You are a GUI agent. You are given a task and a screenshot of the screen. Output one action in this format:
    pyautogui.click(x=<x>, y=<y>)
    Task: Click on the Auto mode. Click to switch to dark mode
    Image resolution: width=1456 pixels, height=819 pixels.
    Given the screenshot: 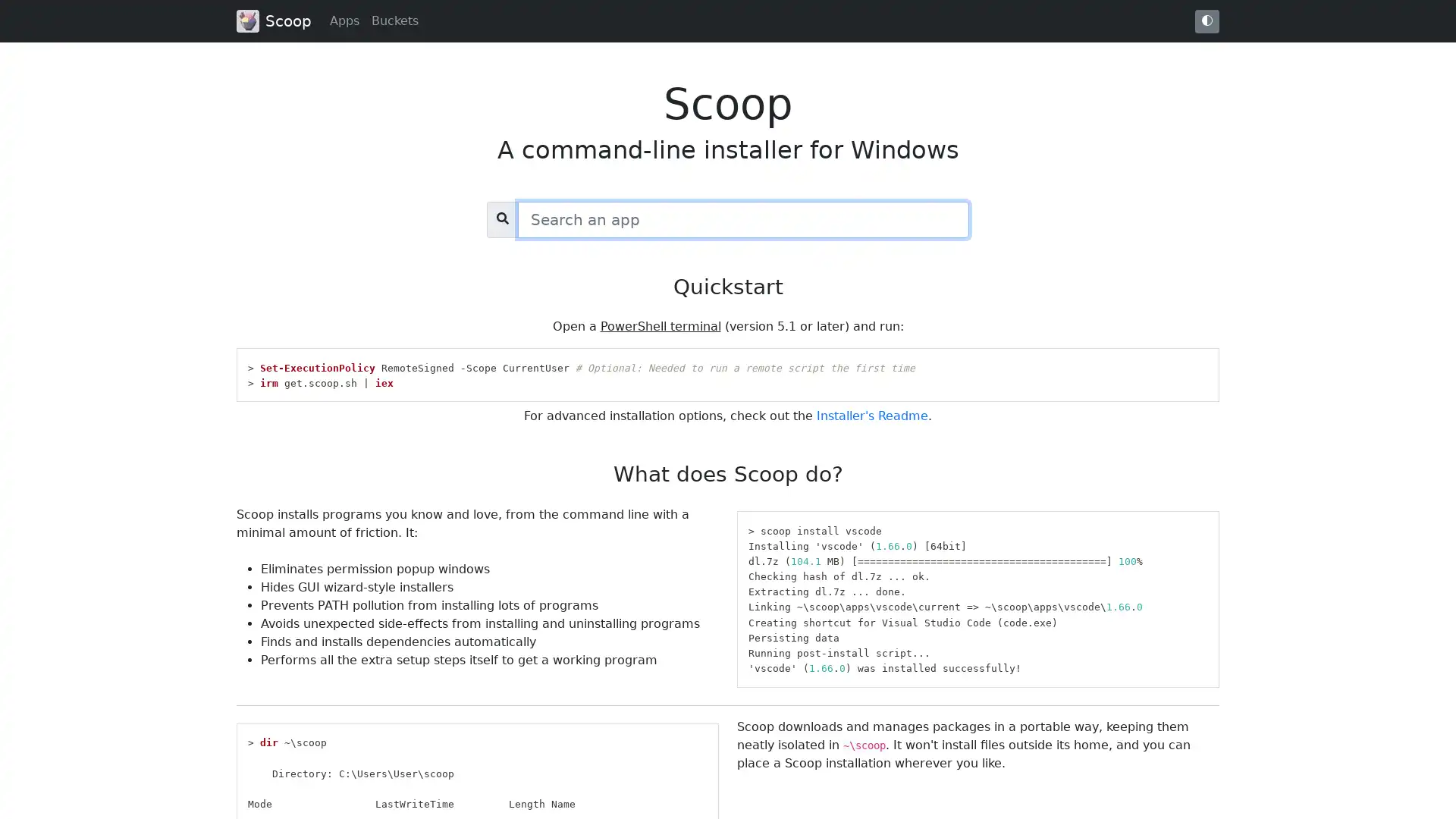 What is the action you would take?
    pyautogui.click(x=1207, y=20)
    